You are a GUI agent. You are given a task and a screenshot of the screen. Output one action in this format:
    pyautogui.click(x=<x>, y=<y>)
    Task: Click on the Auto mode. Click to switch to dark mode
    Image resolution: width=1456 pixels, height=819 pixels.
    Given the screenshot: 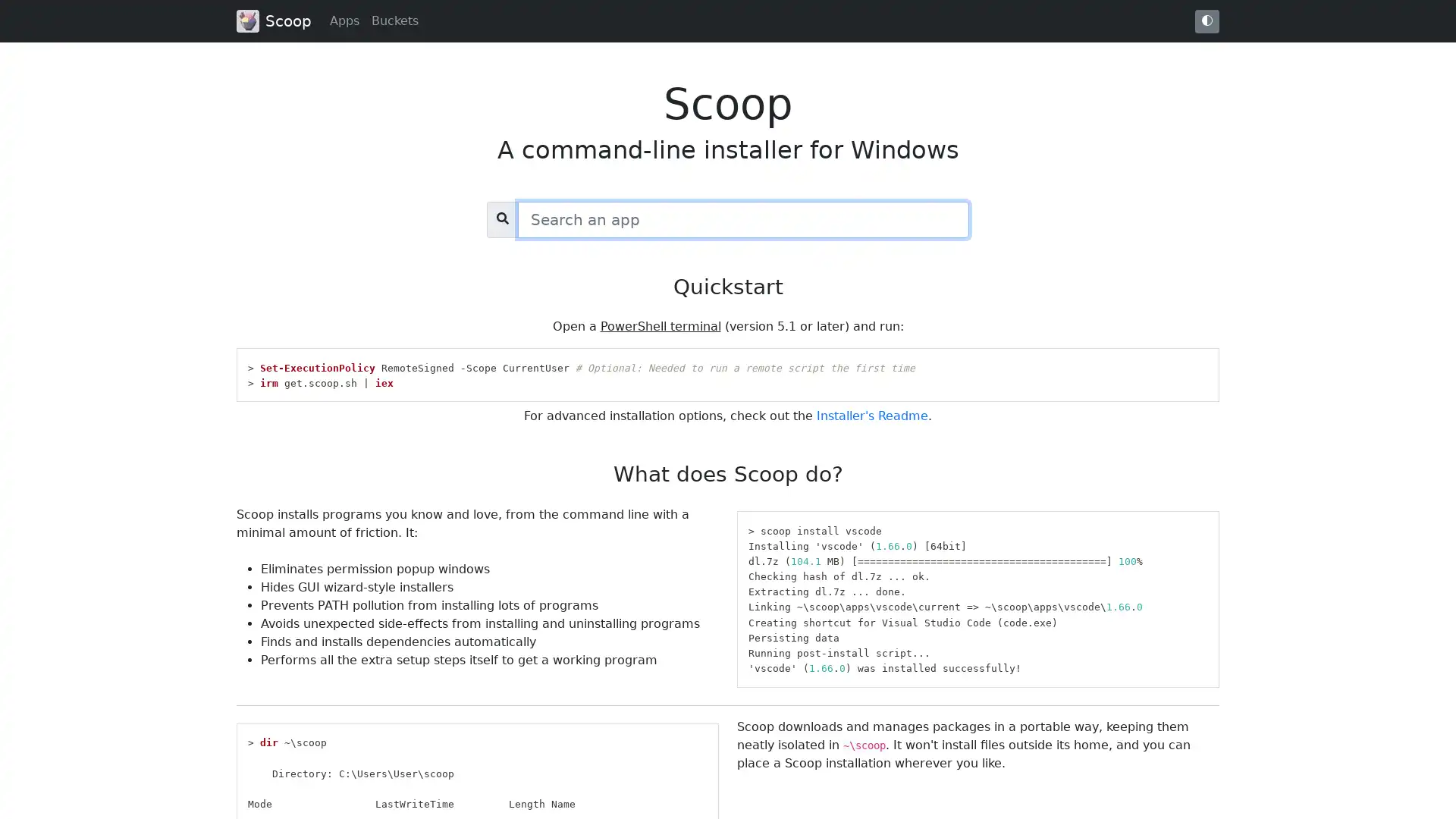 What is the action you would take?
    pyautogui.click(x=1207, y=20)
    